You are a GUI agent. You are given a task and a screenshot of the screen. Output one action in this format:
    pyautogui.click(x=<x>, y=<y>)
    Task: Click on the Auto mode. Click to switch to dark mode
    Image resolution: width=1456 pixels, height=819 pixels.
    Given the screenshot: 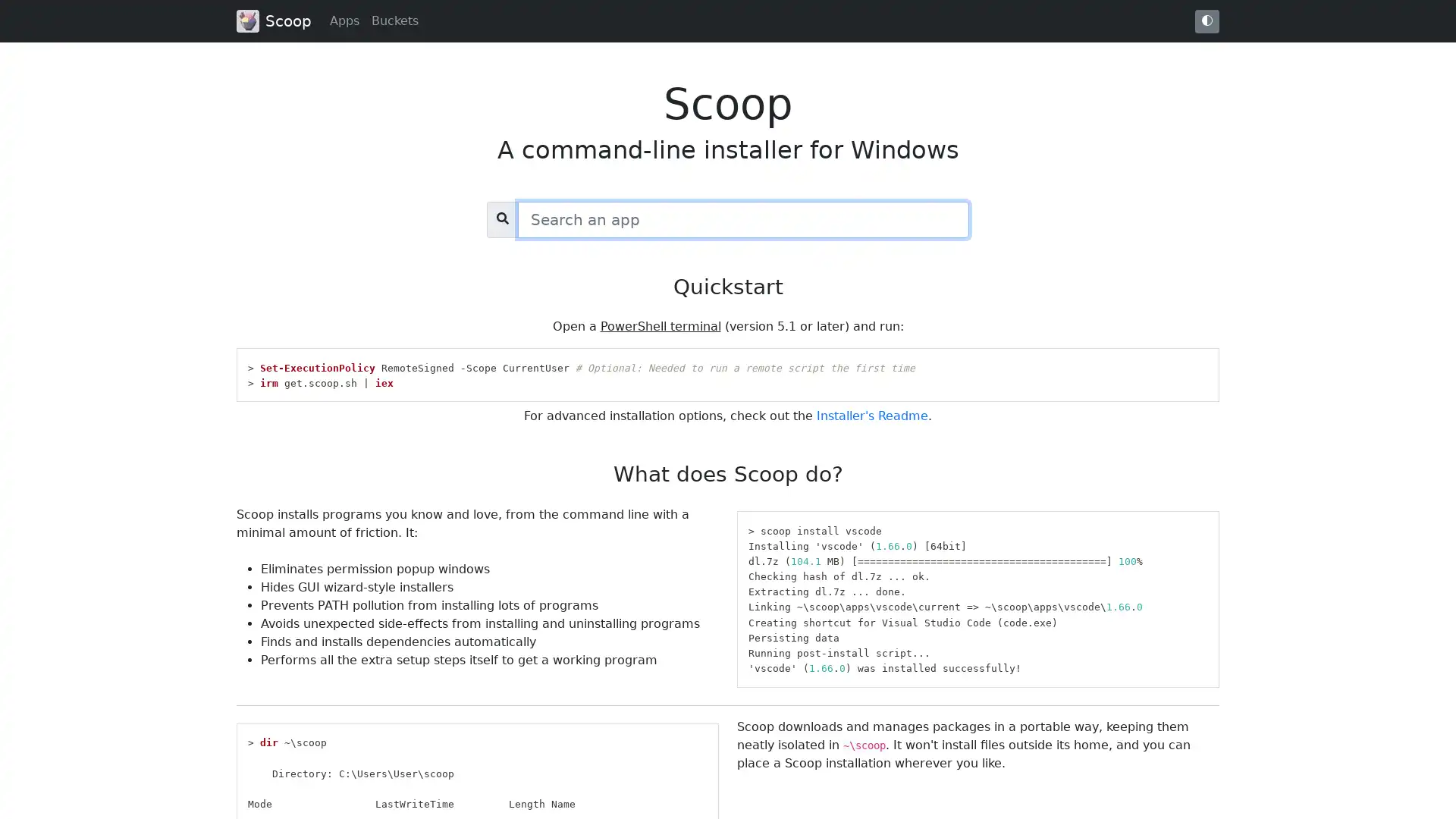 What is the action you would take?
    pyautogui.click(x=1207, y=20)
    